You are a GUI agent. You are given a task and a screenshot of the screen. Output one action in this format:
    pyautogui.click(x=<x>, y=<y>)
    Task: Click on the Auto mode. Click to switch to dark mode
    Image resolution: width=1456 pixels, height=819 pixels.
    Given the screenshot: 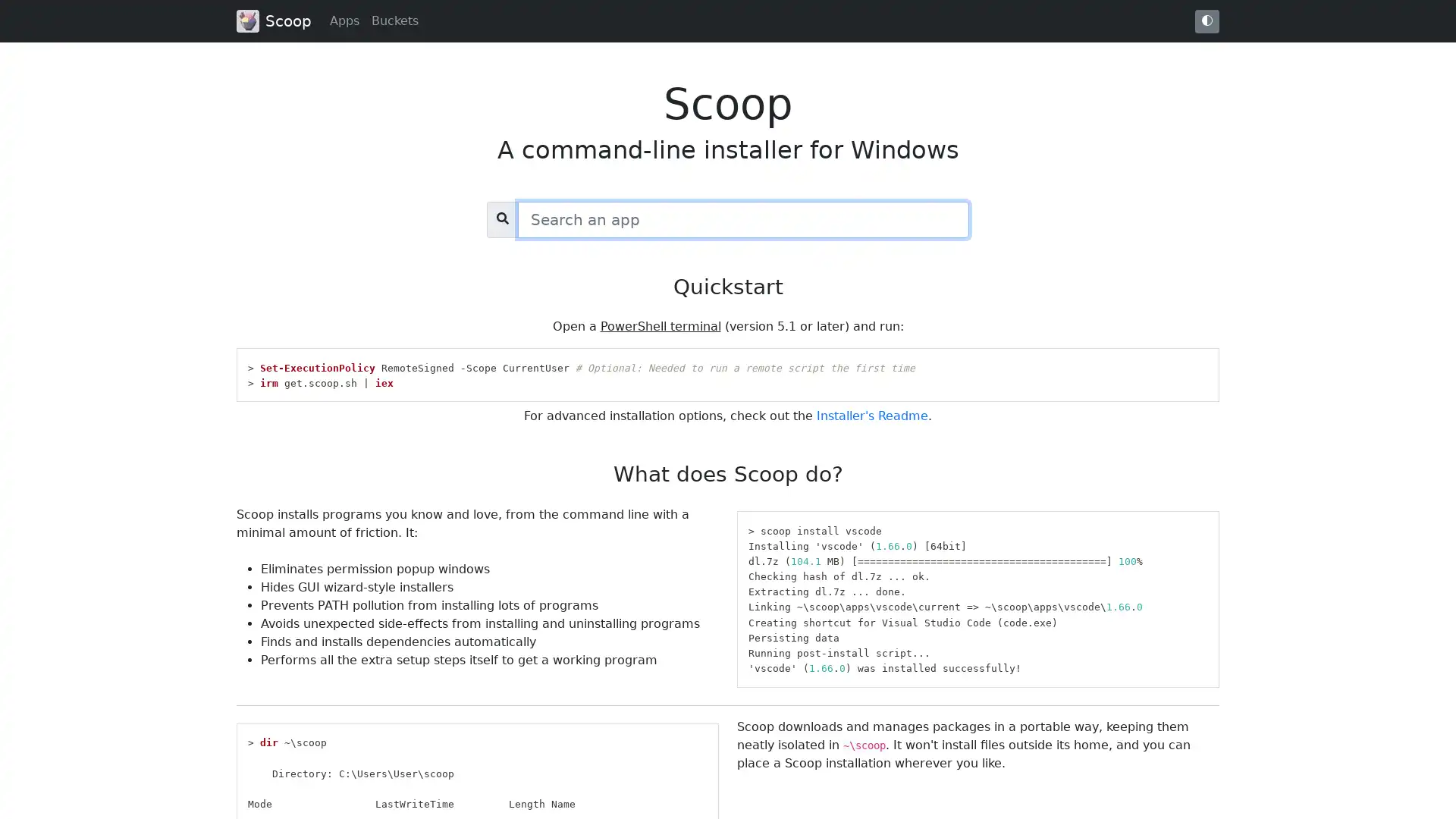 What is the action you would take?
    pyautogui.click(x=1207, y=20)
    